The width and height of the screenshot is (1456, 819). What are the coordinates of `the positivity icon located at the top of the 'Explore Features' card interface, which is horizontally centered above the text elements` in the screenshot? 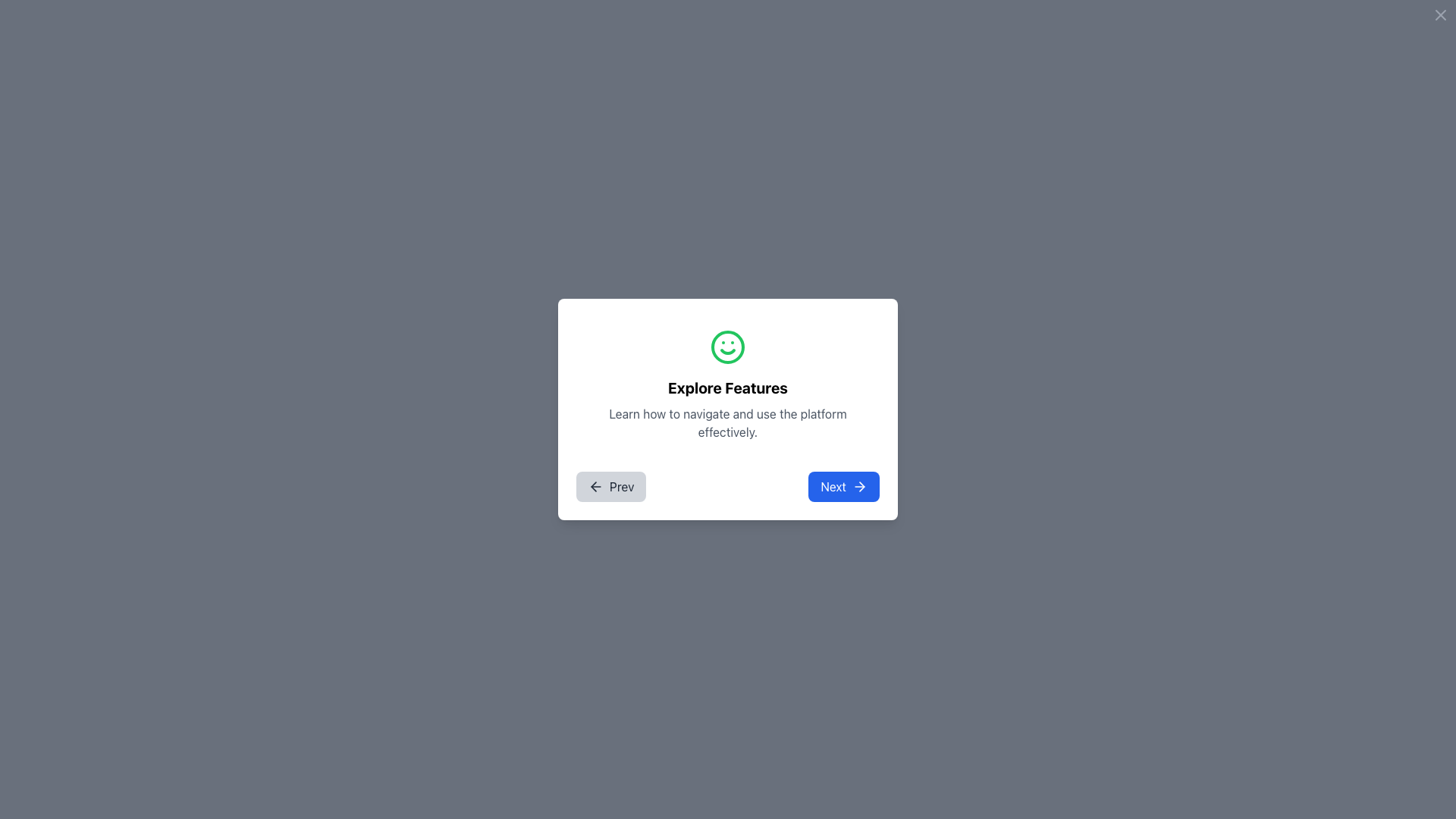 It's located at (728, 347).